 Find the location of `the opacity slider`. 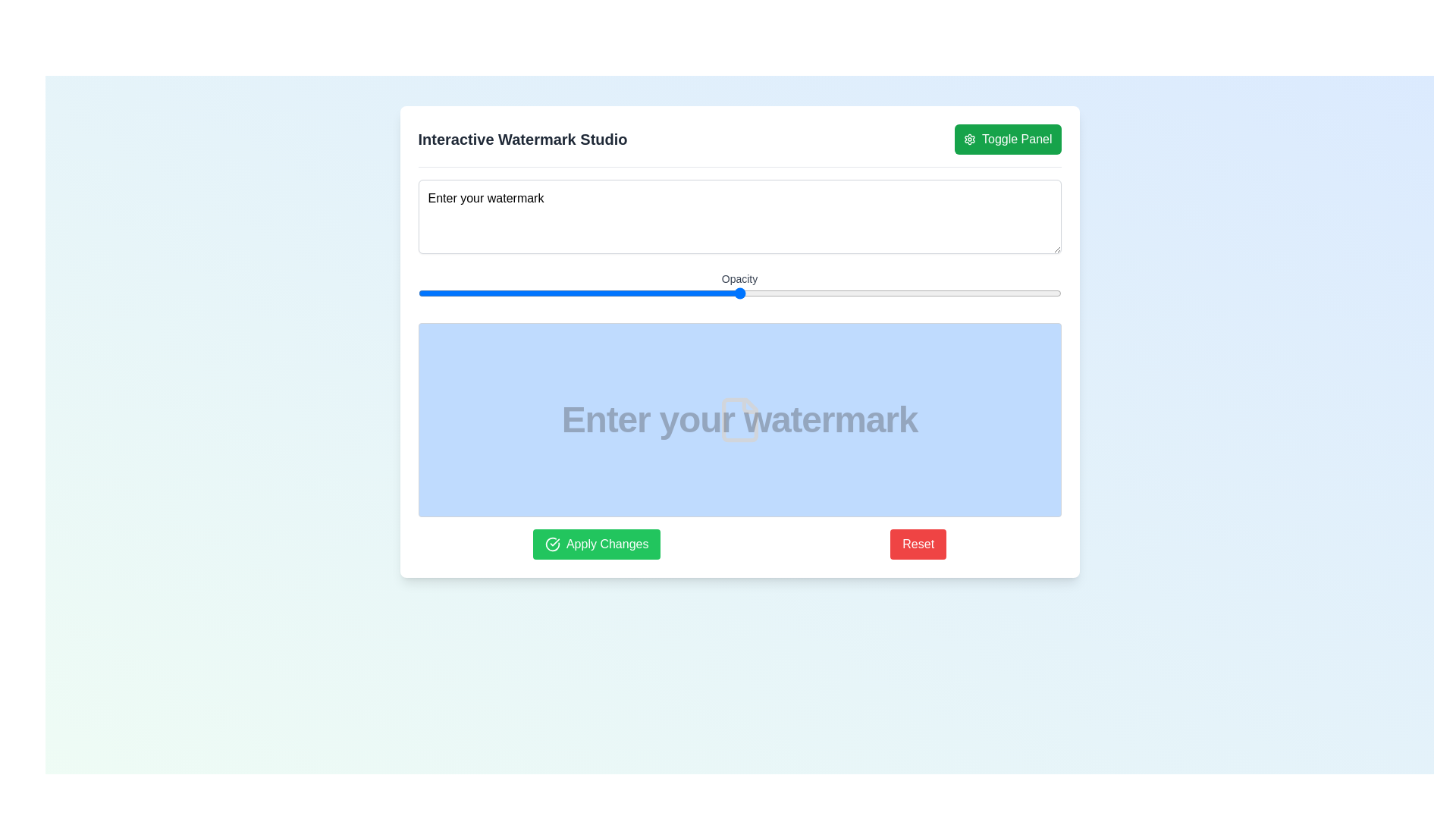

the opacity slider is located at coordinates (418, 293).